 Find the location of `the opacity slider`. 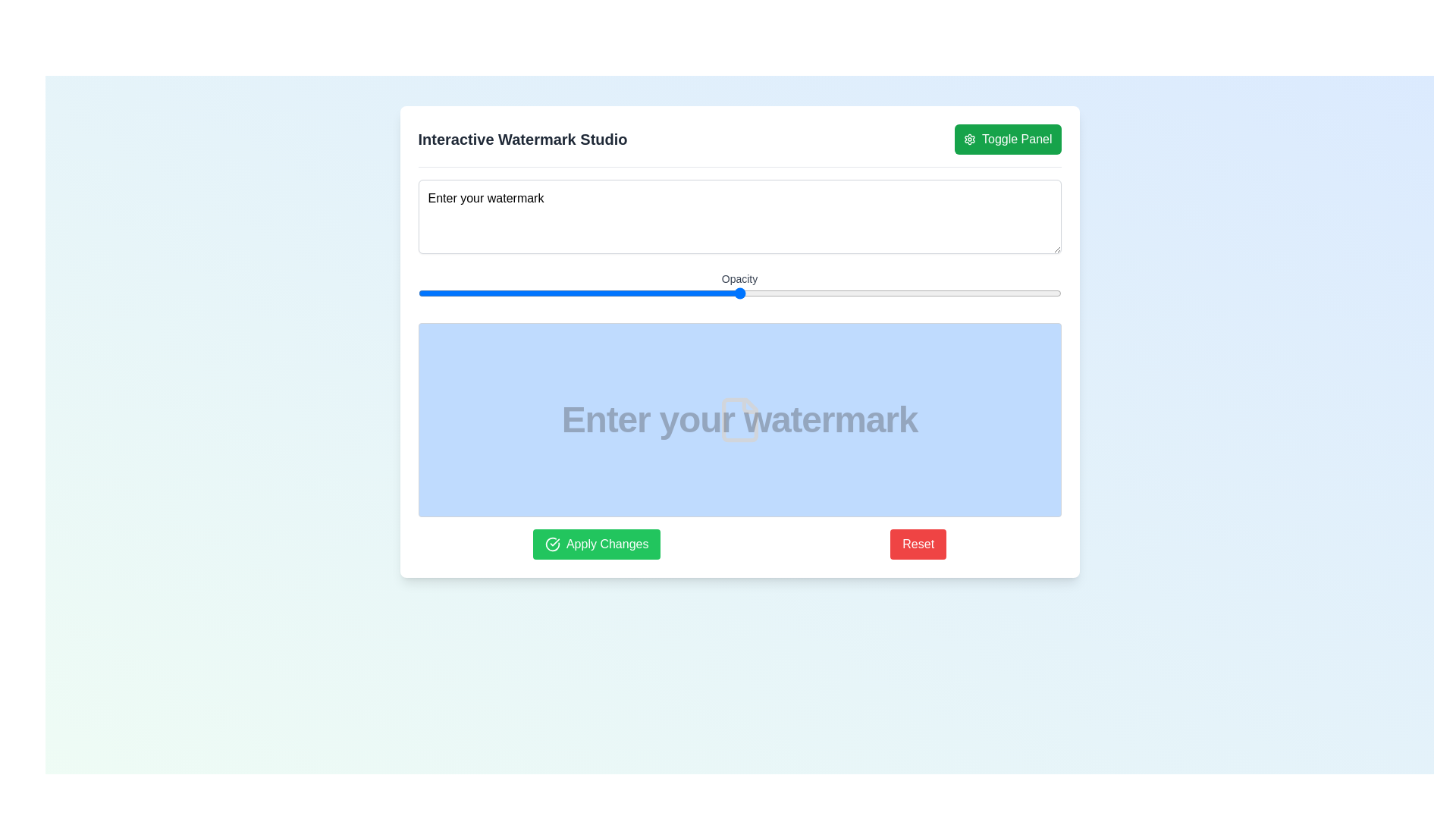

the opacity slider is located at coordinates (418, 293).